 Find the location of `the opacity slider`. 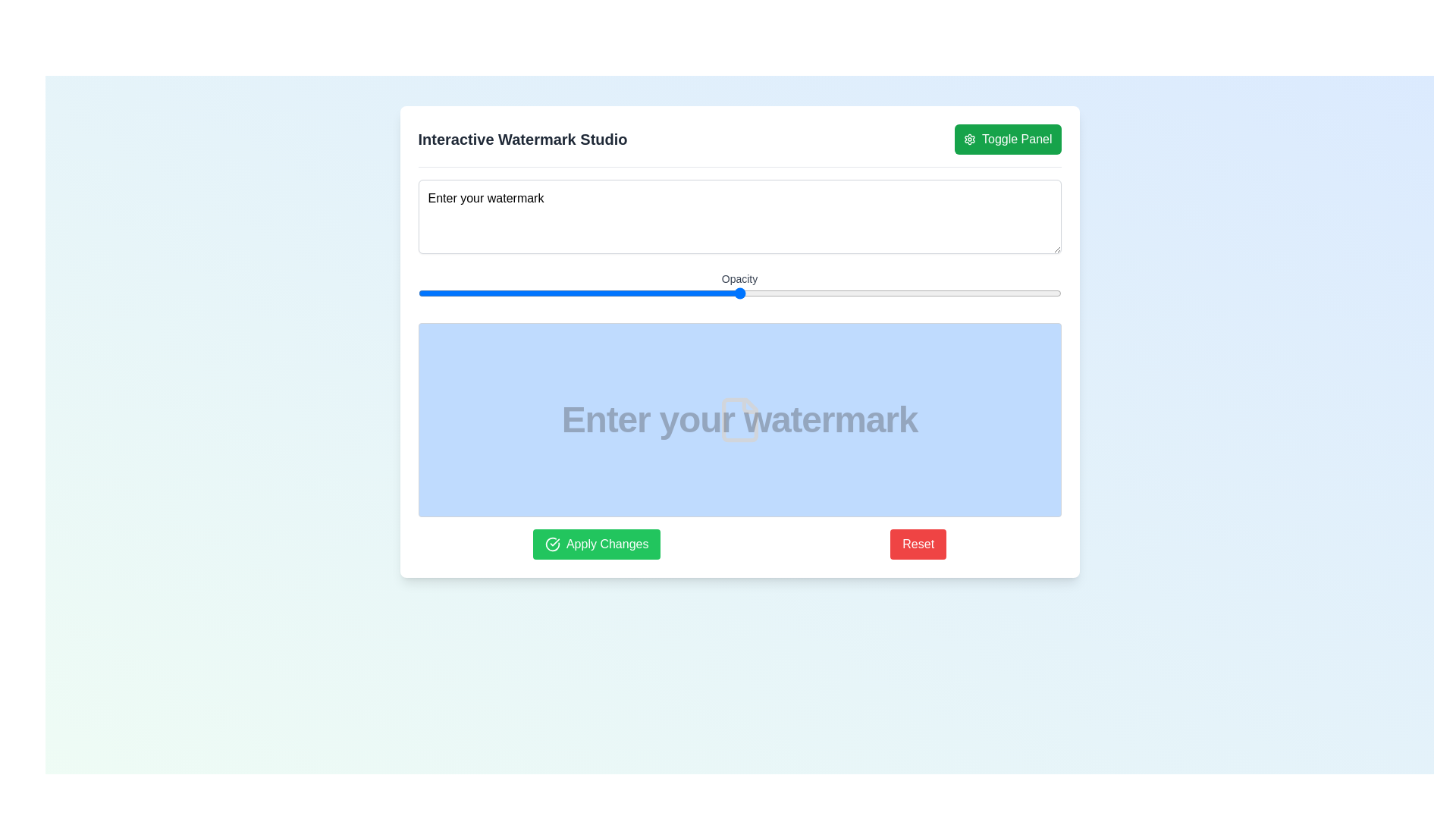

the opacity slider is located at coordinates (418, 293).